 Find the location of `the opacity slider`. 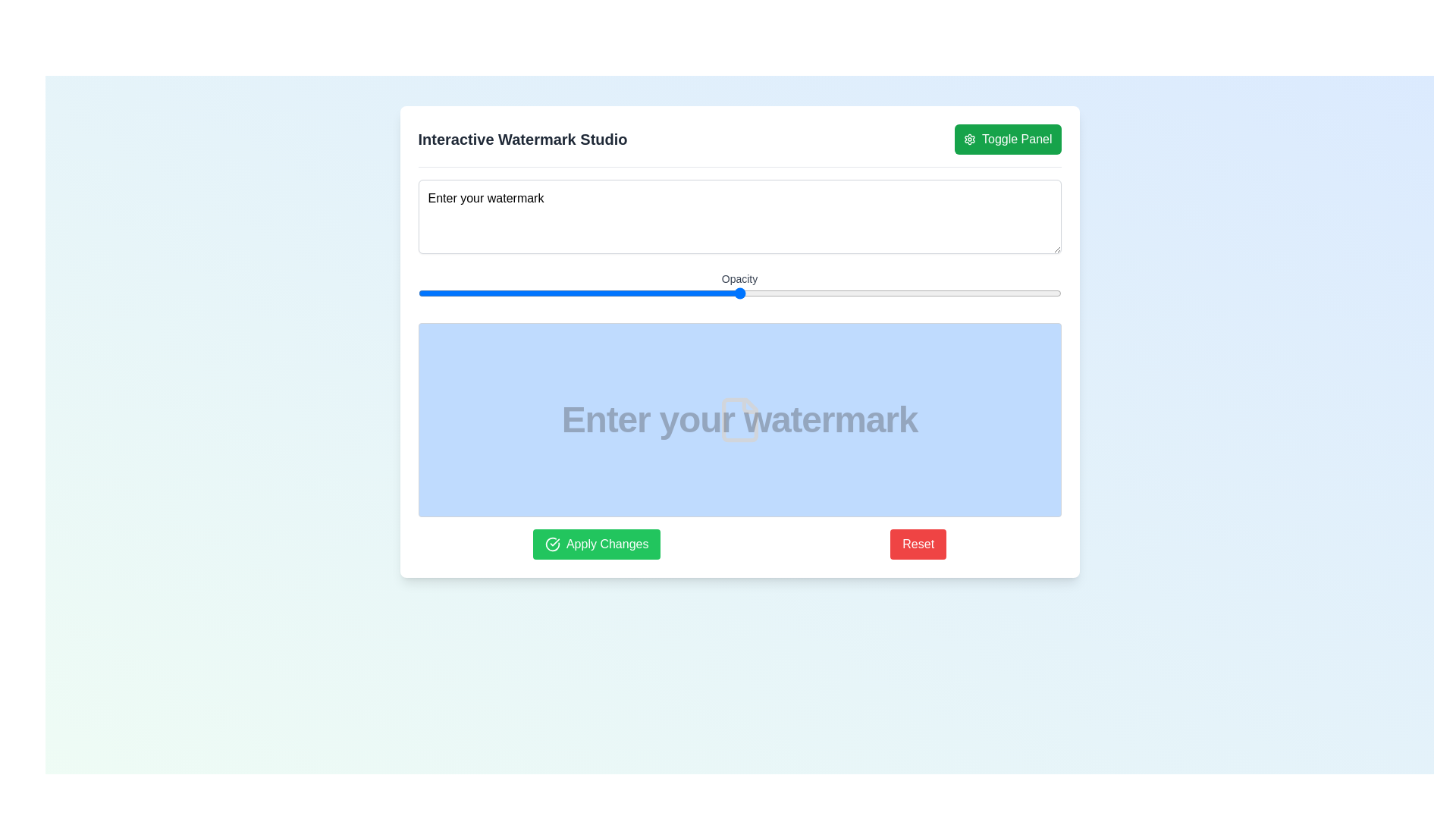

the opacity slider is located at coordinates (418, 293).